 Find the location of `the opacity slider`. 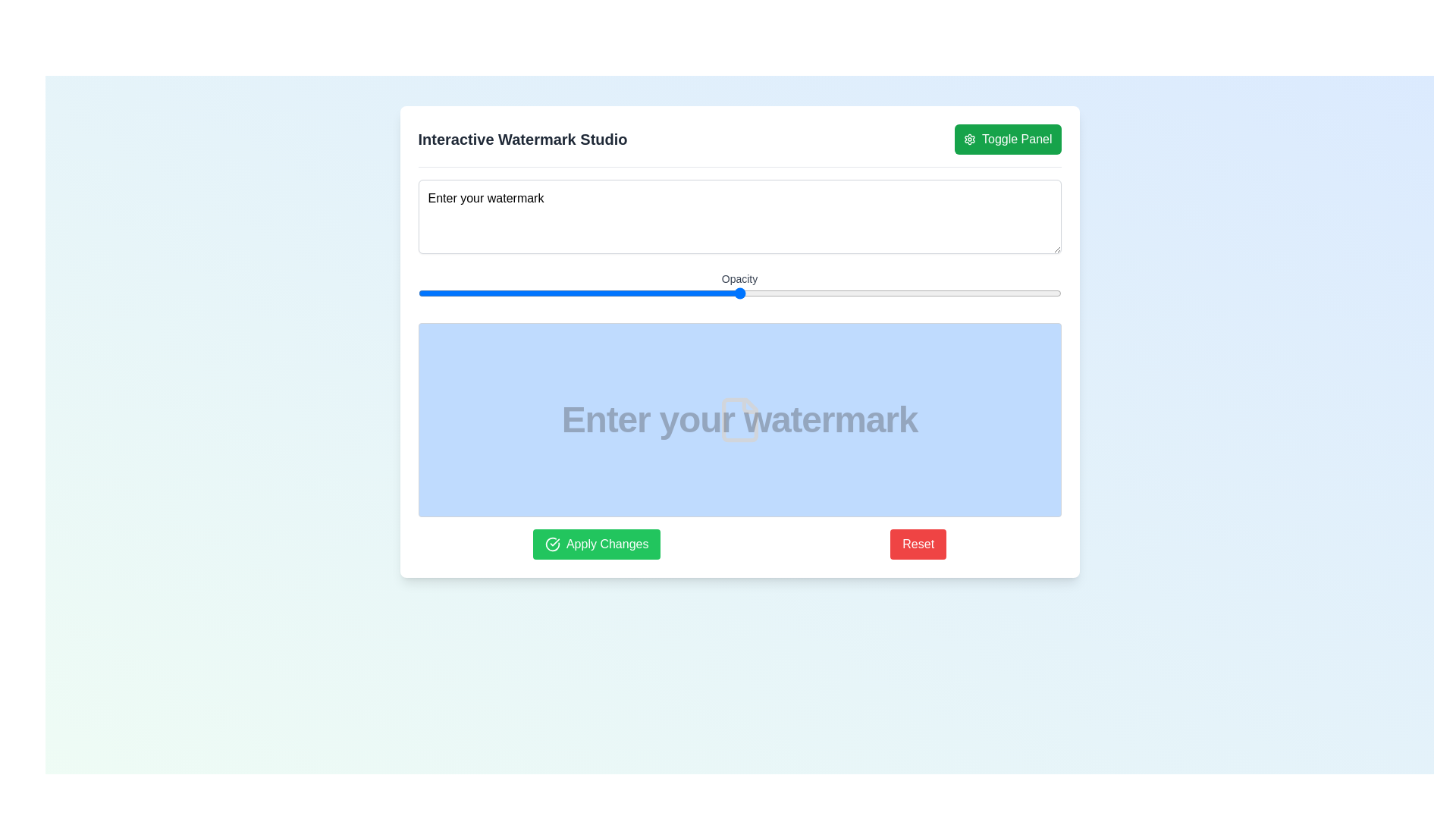

the opacity slider is located at coordinates (418, 293).